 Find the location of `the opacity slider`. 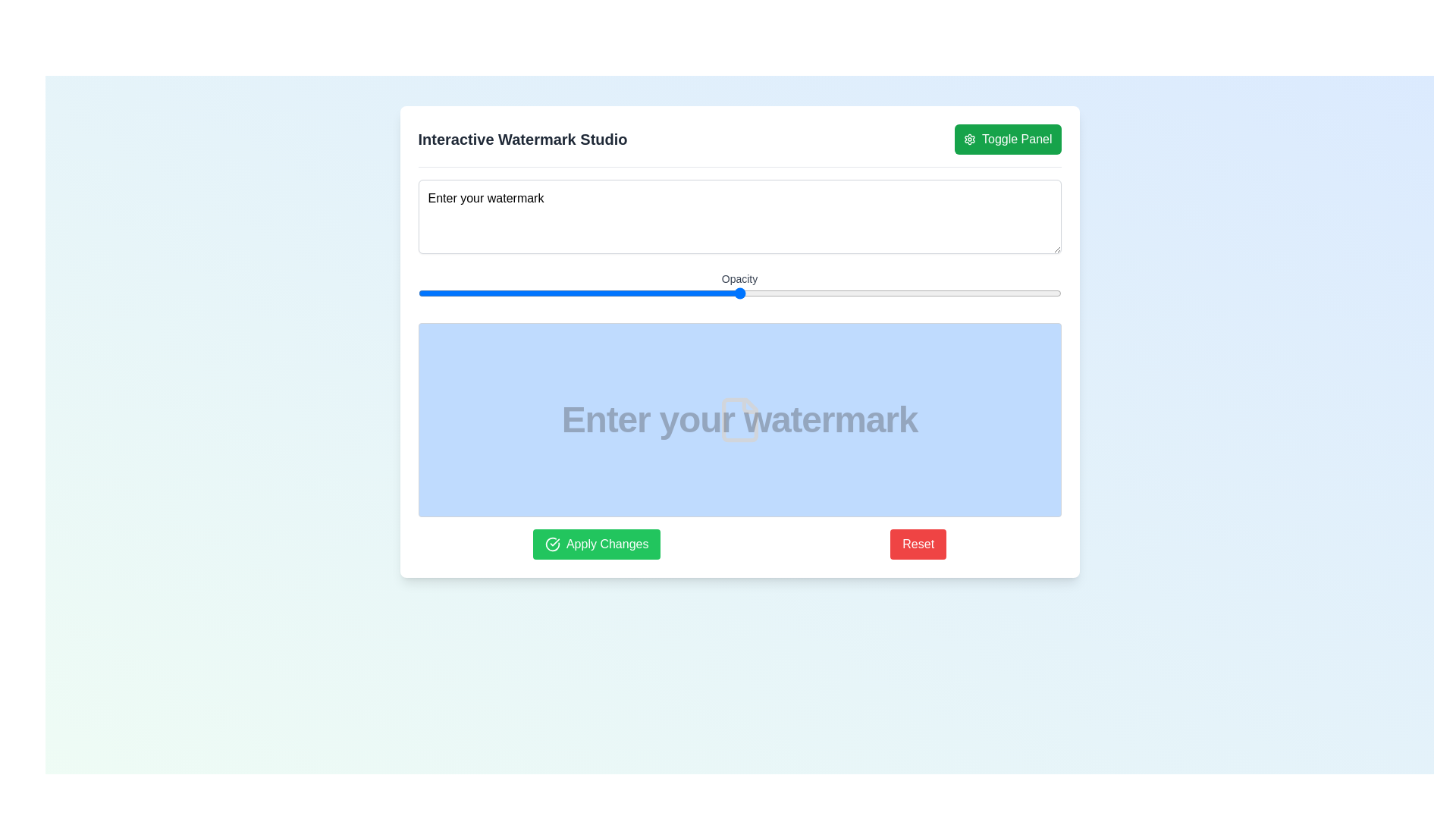

the opacity slider is located at coordinates (418, 293).